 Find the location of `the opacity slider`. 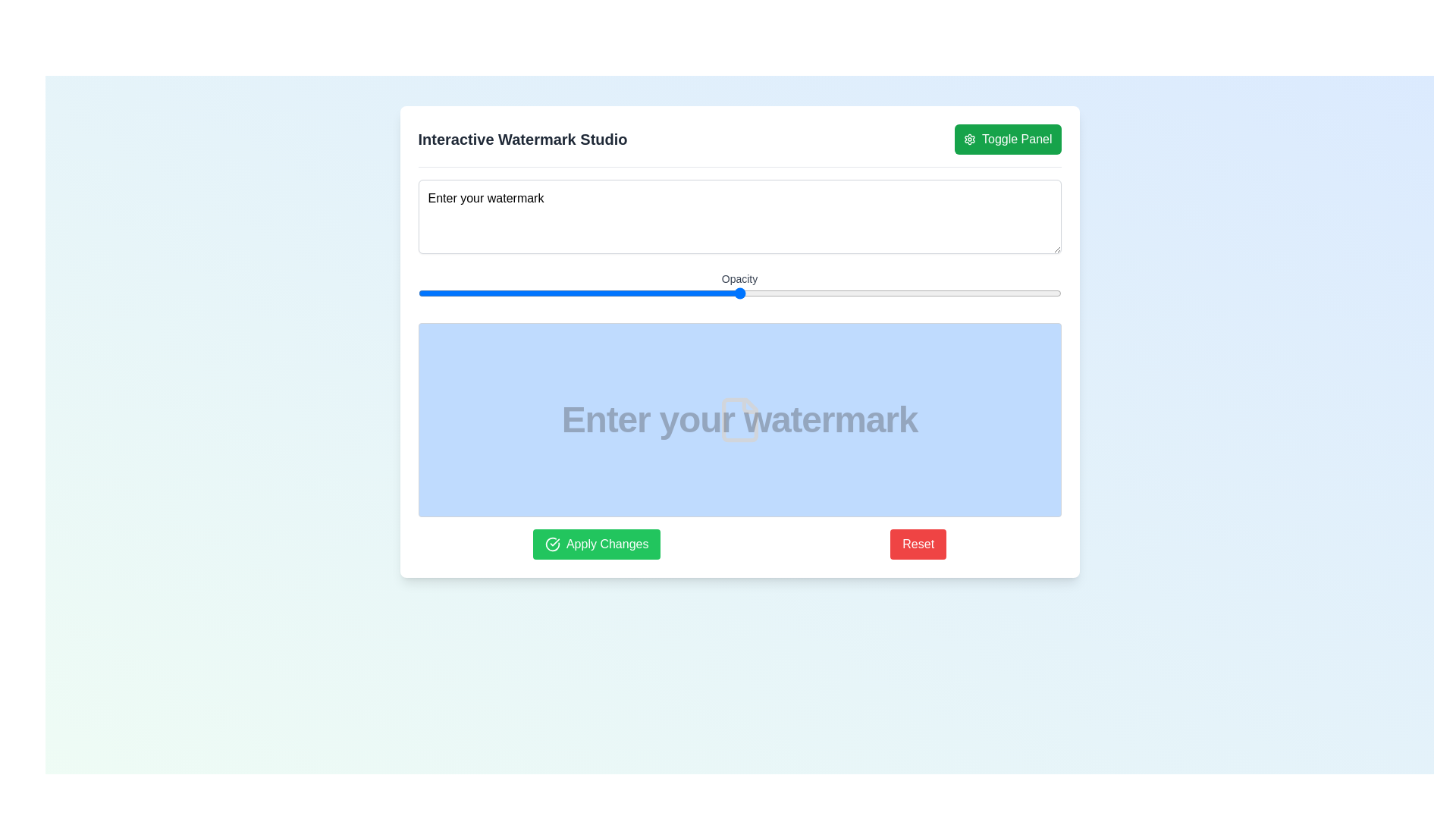

the opacity slider is located at coordinates (418, 293).